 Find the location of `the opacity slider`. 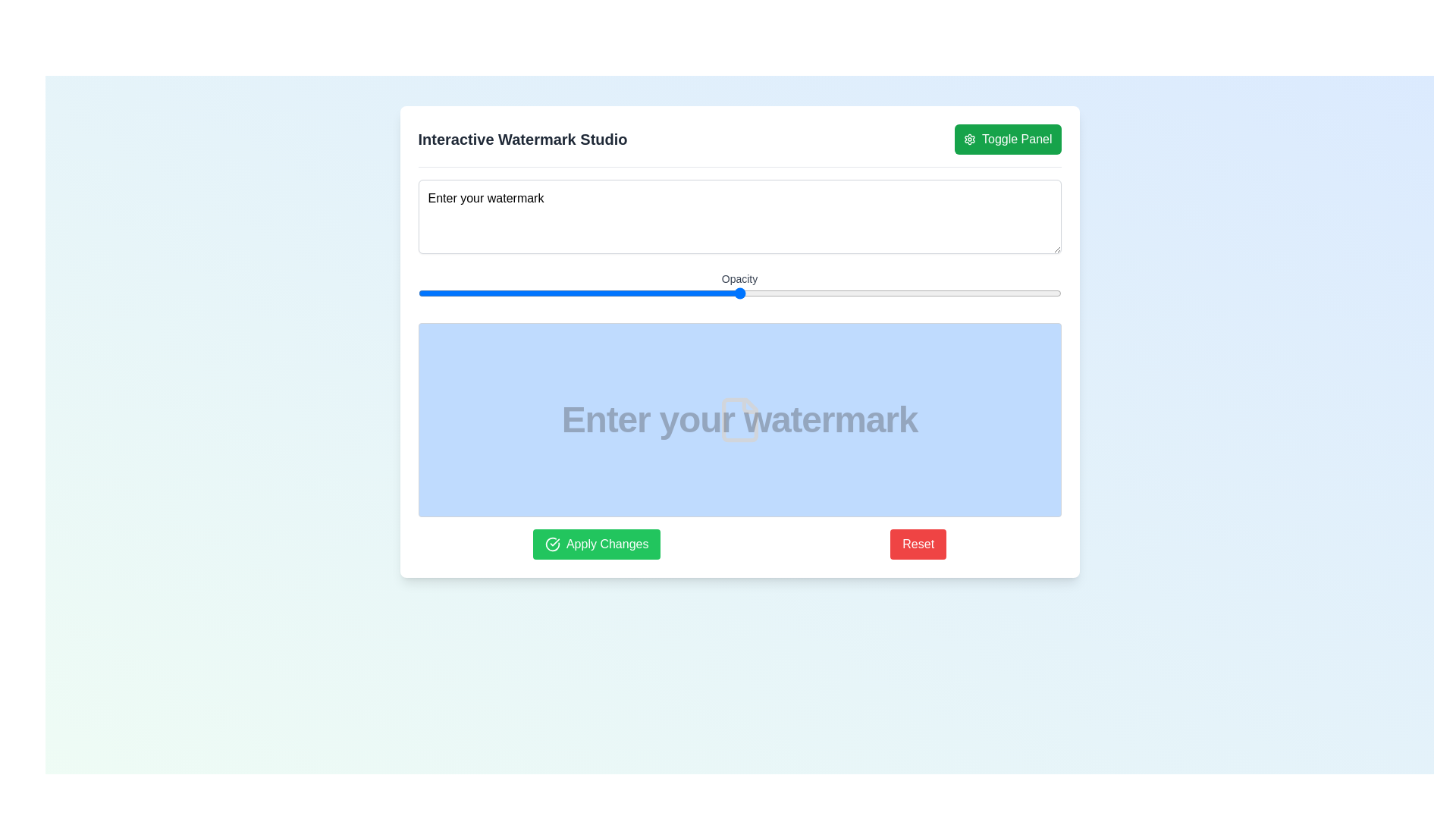

the opacity slider is located at coordinates (418, 293).